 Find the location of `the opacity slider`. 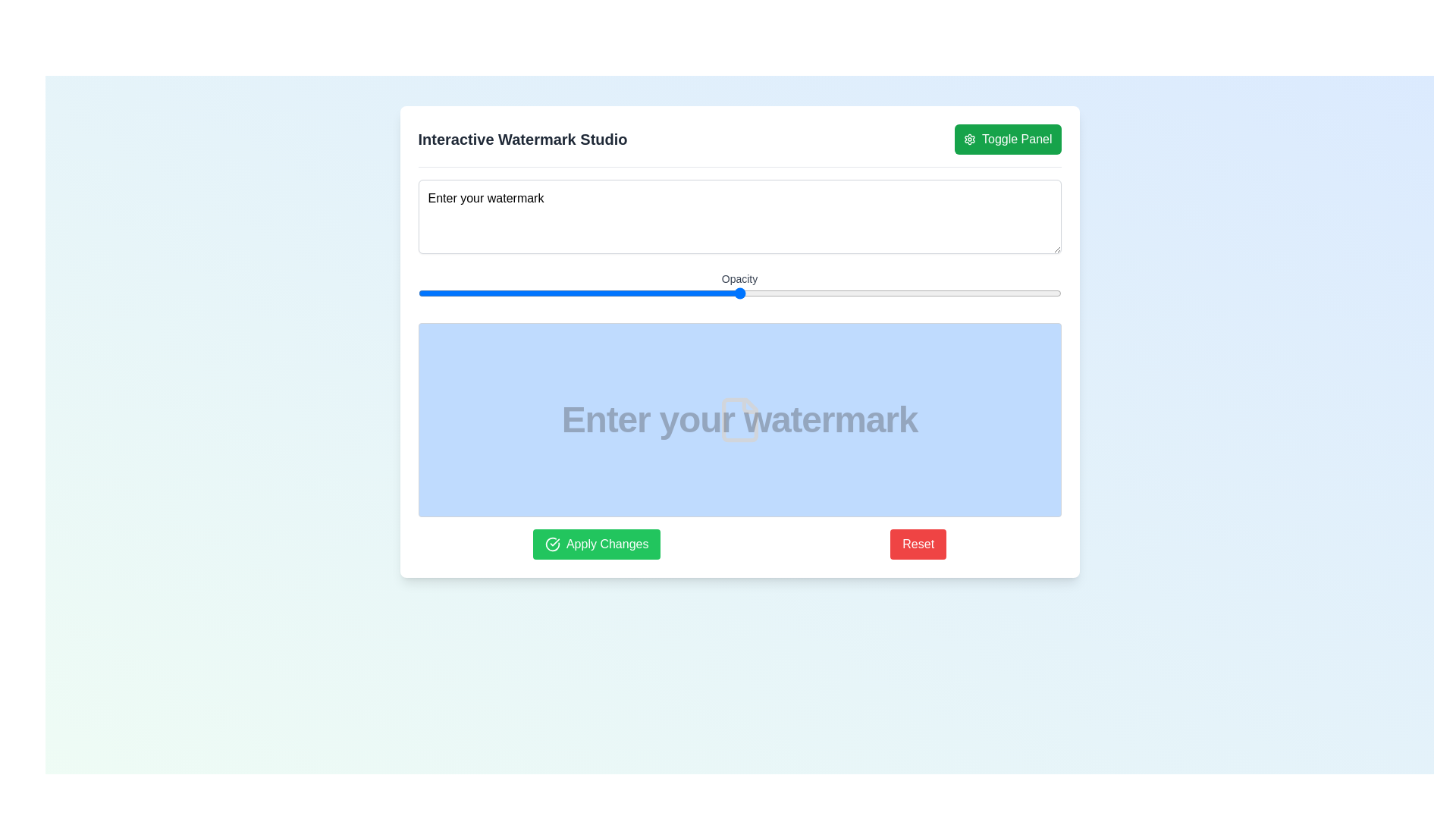

the opacity slider is located at coordinates (418, 293).